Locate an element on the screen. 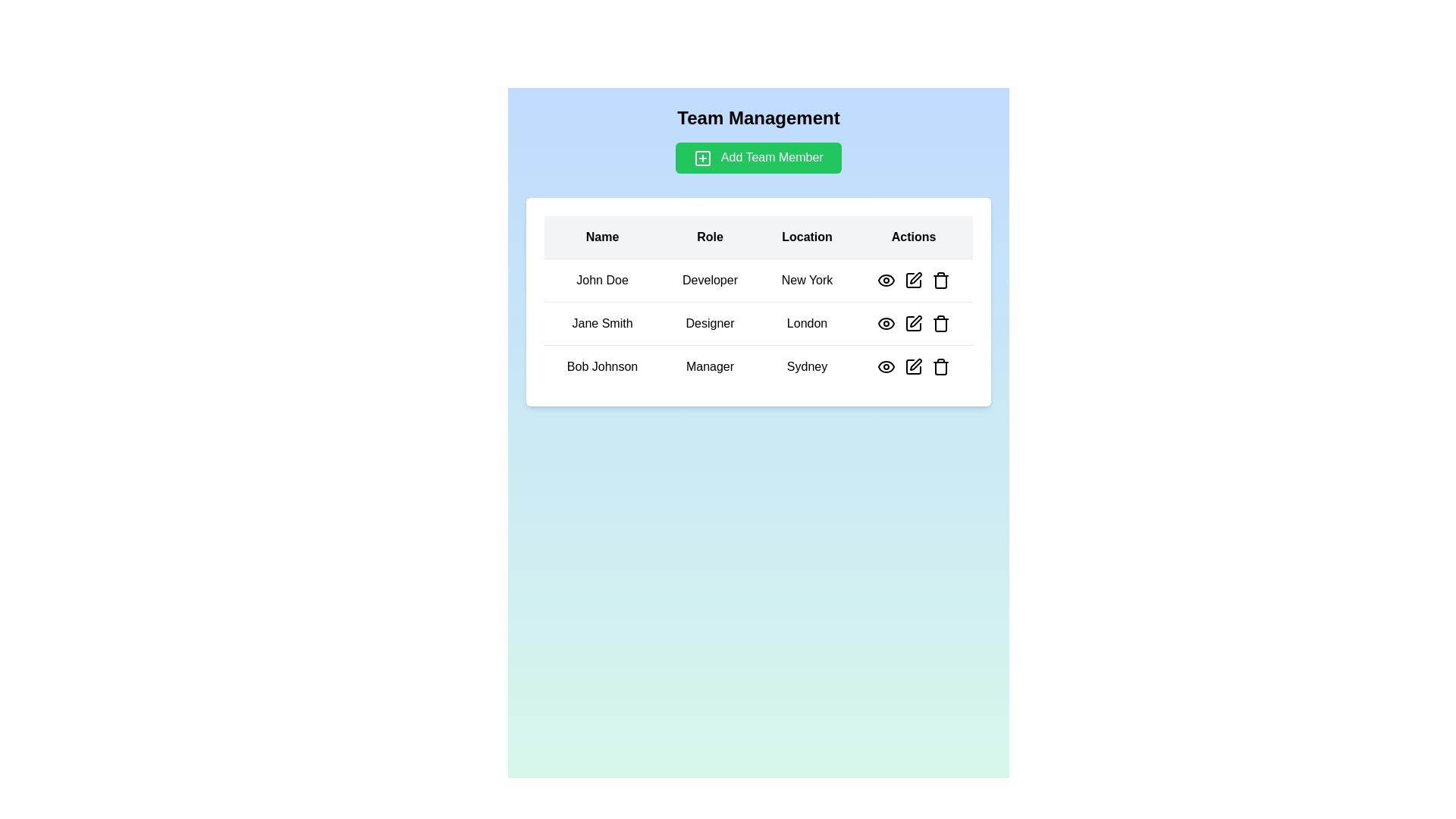 This screenshot has height=819, width=1456. the eye icon in the Actions column of the last row associated with Bob Johnson, Manager, Sydney is located at coordinates (912, 366).